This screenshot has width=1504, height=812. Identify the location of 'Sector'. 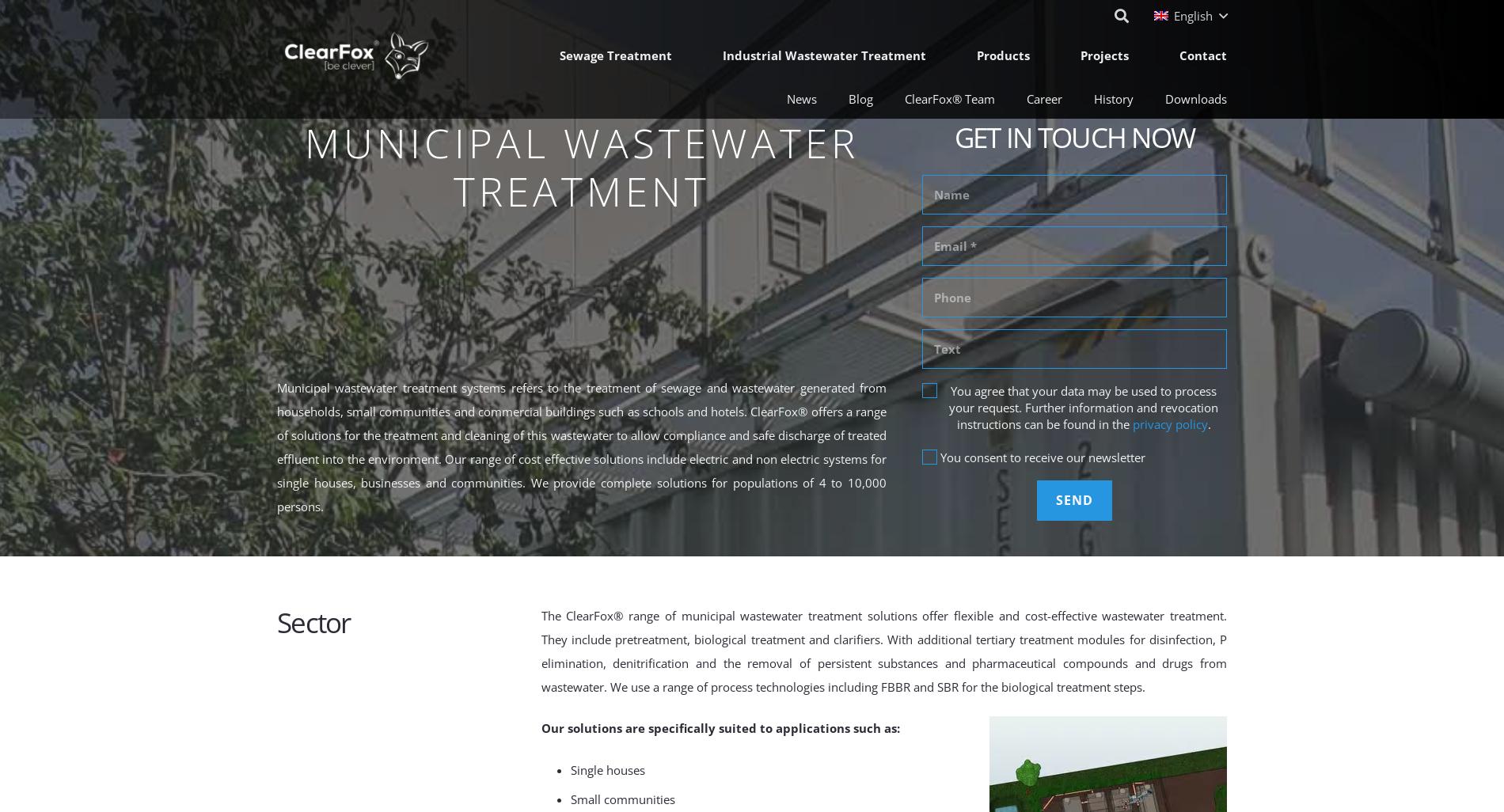
(275, 620).